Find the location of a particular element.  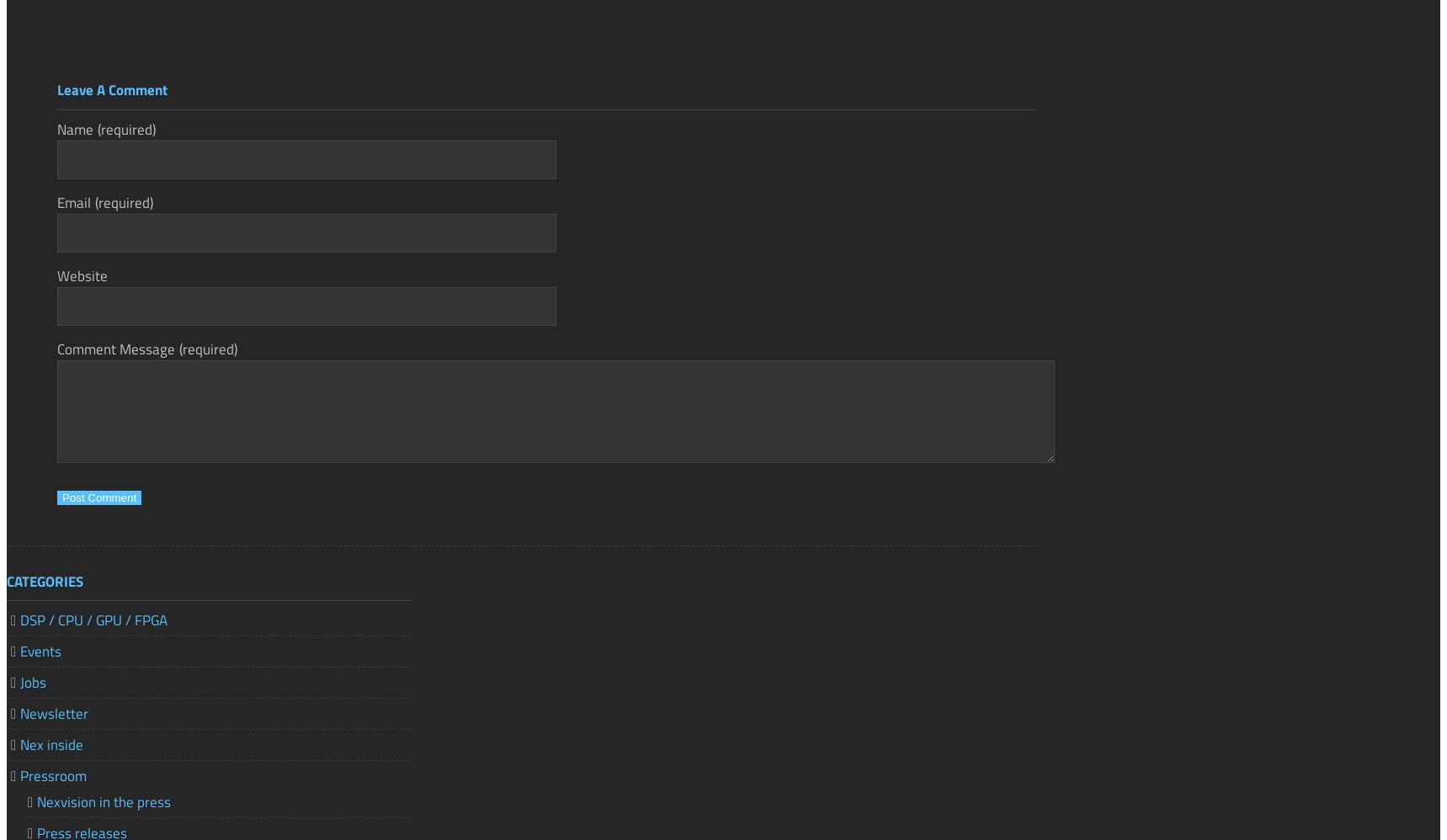

'Nex inside' is located at coordinates (51, 743).